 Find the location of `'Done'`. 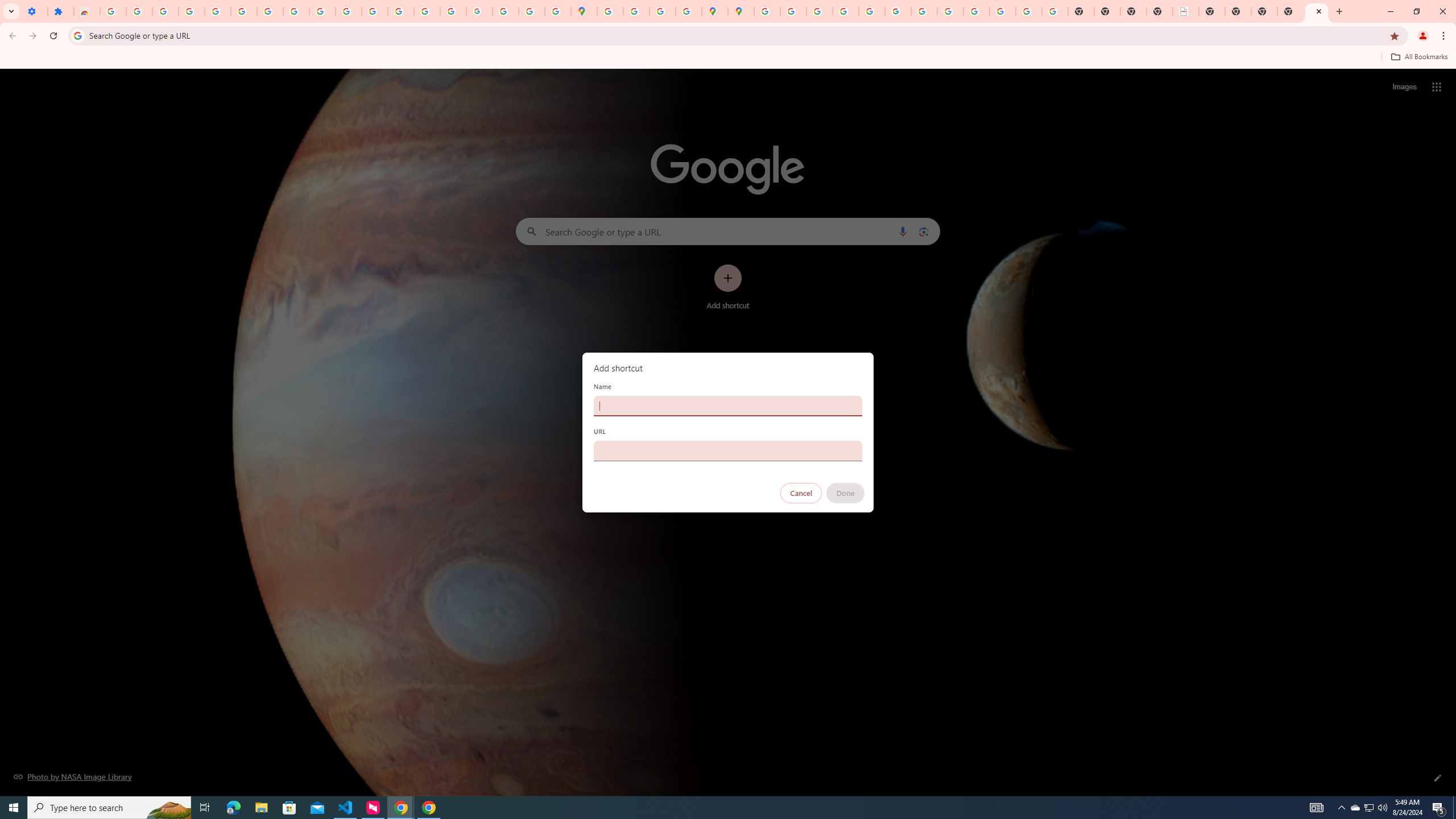

'Done' is located at coordinates (846, 493).